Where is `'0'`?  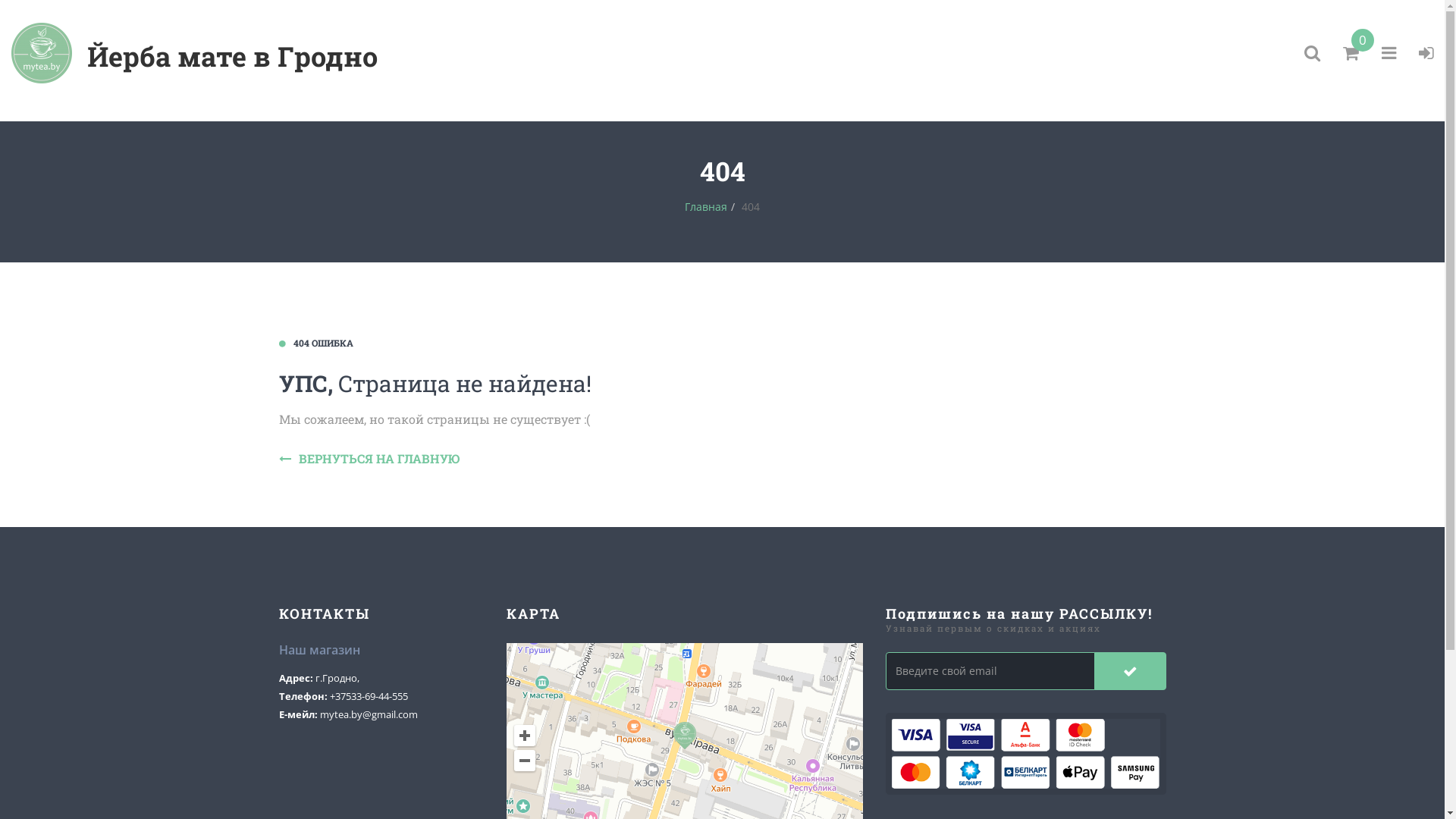 '0' is located at coordinates (1351, 52).